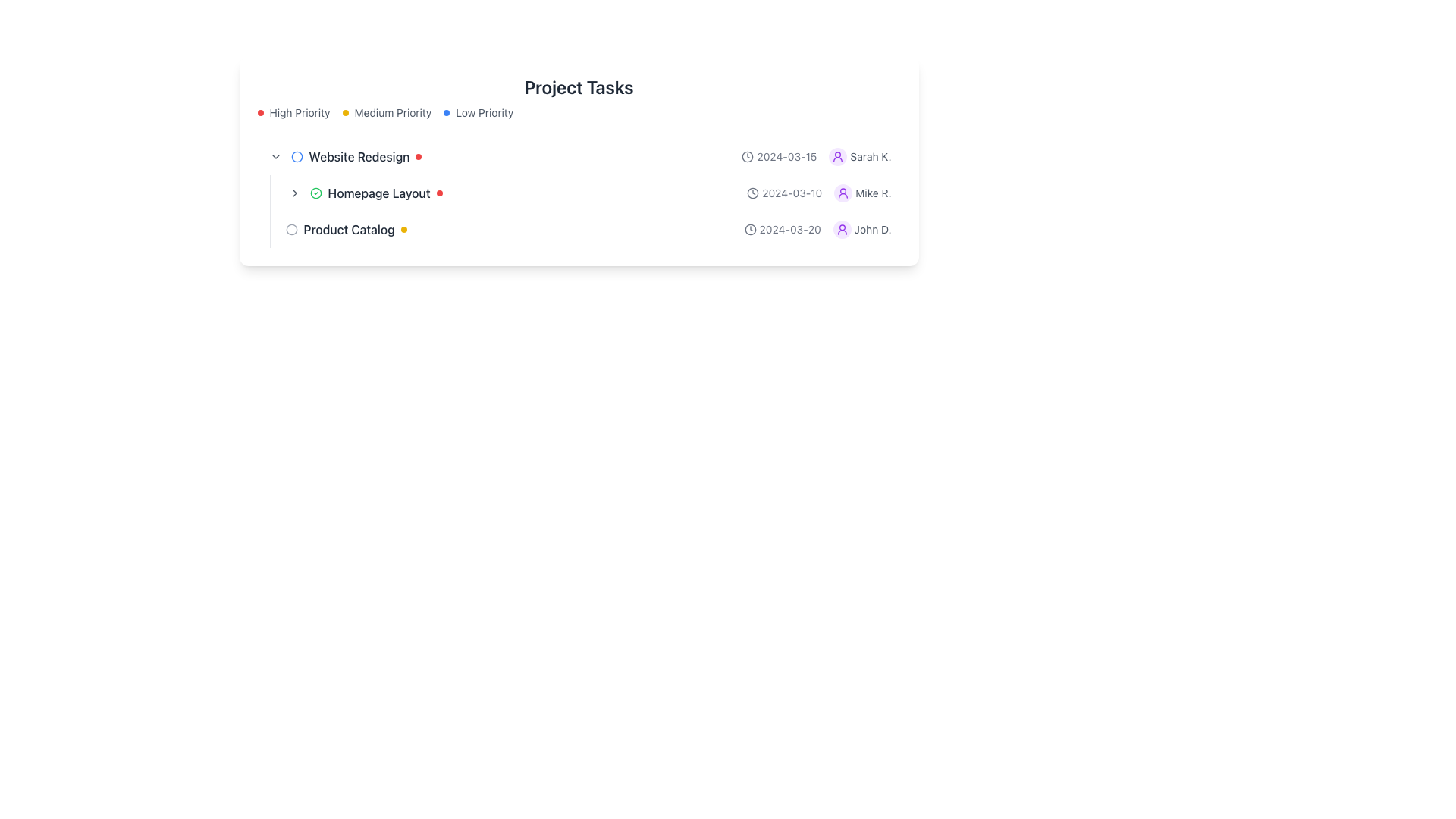 Image resolution: width=1456 pixels, height=819 pixels. I want to click on the date icon located to the left of the date '2024-03-15' in the 'Project Tasks' section, which signifies the deadline of a task, so click(748, 157).